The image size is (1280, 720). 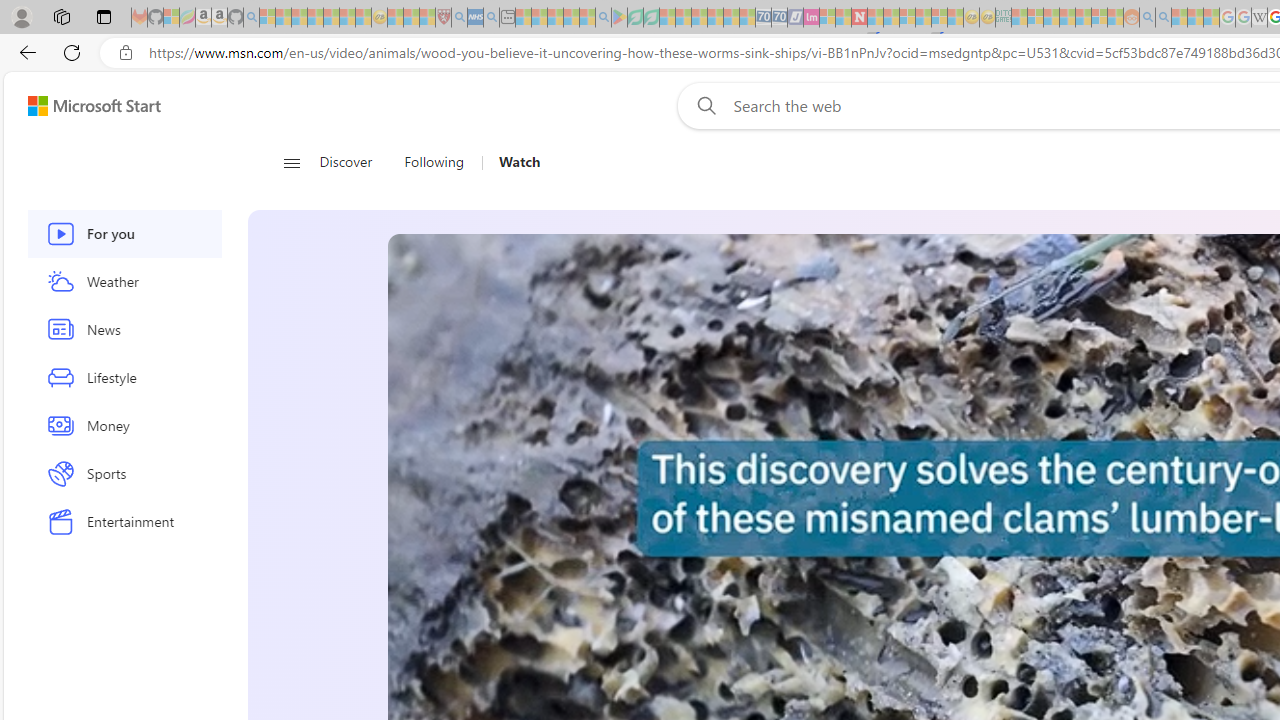 I want to click on 'New Report Confirms 2023 Was Record Hot | Watch - Sleeping', so click(x=331, y=17).